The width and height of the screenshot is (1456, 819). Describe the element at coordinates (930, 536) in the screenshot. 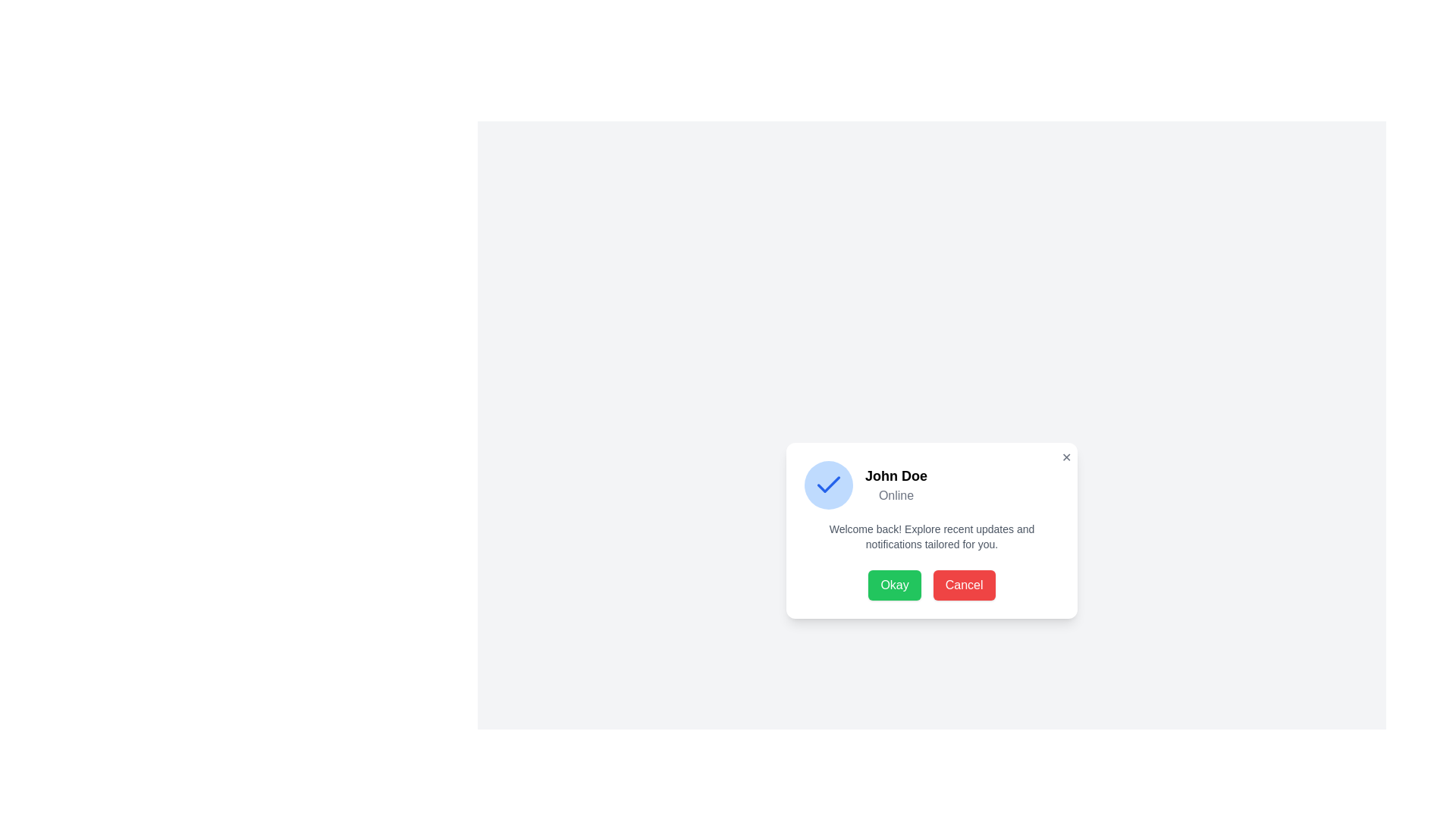

I see `text content located below the user's name and status, centered in the horizontal layout of the card, above the 'Okay' and 'Cancel' buttons` at that location.